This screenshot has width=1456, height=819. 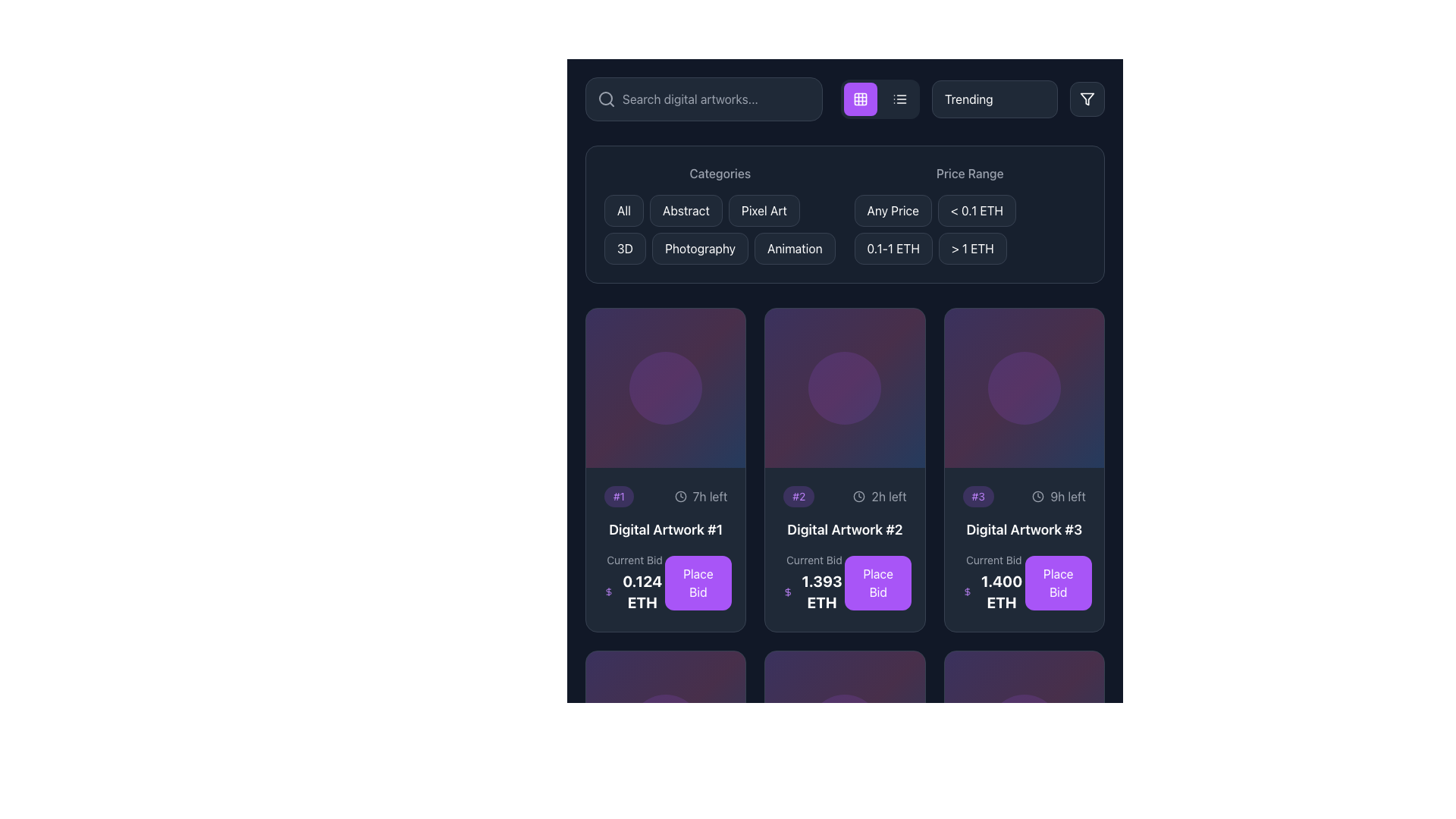 What do you see at coordinates (899, 99) in the screenshot?
I see `the button represented by three horizontal lines at the top-right corner of the interface to switch to the list view` at bounding box center [899, 99].